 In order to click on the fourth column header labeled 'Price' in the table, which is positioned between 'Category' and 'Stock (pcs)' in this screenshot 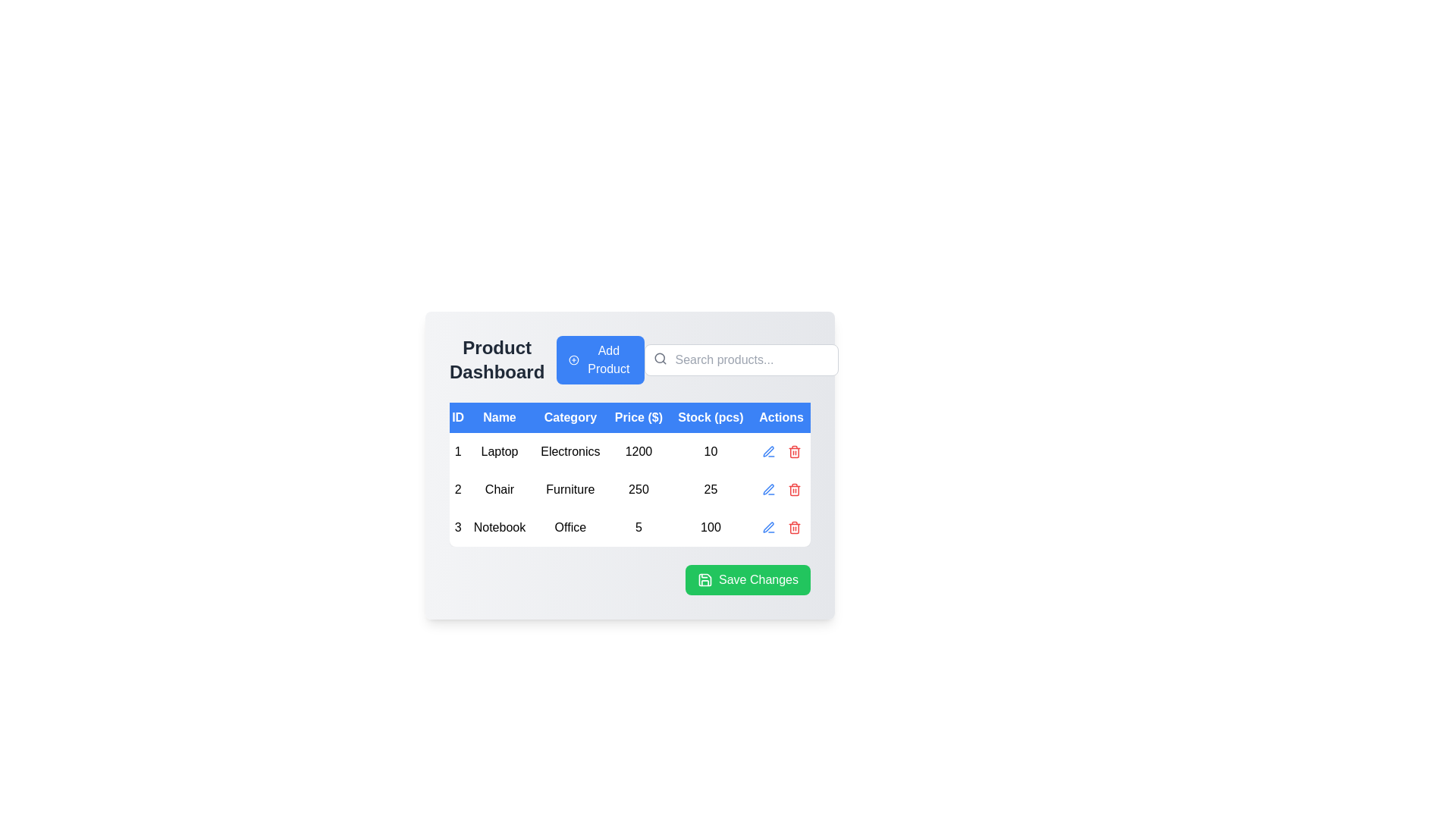, I will do `click(639, 418)`.